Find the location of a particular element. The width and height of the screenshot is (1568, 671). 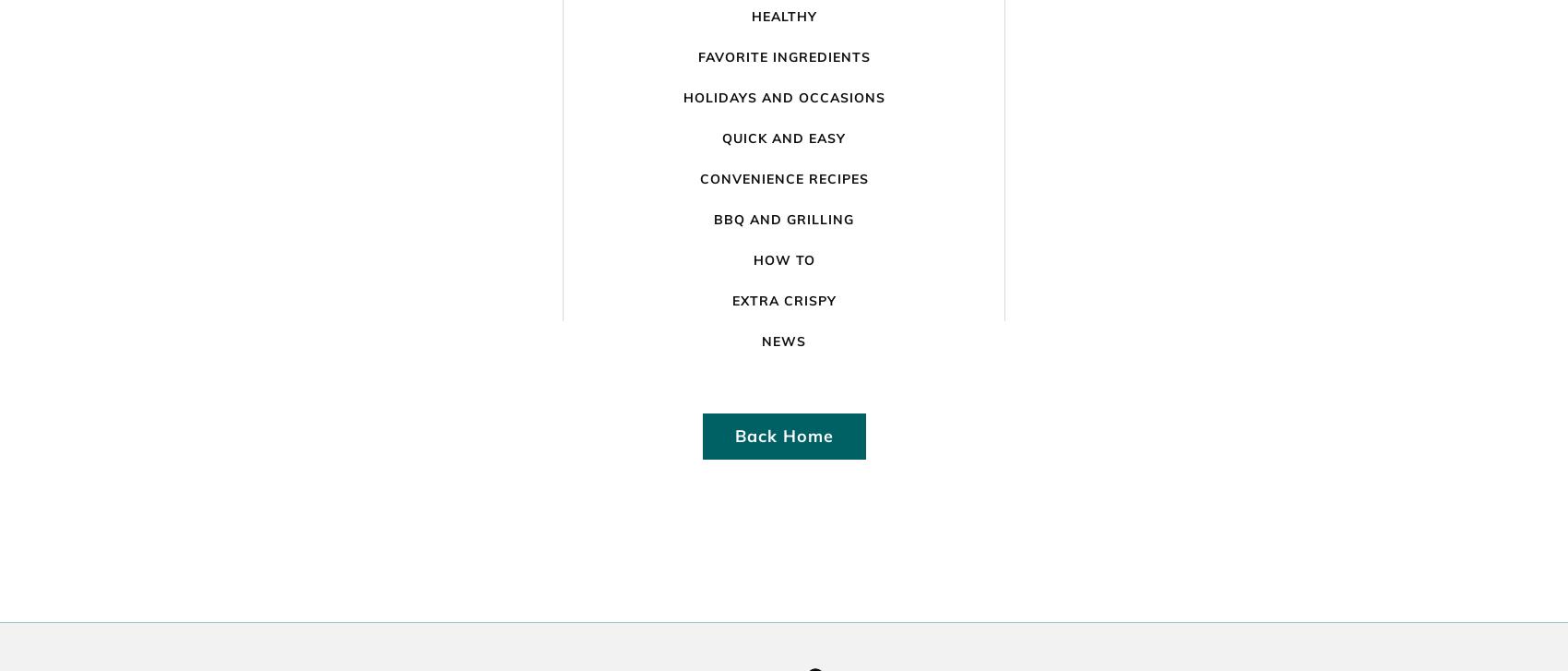

'Back Home' is located at coordinates (782, 435).